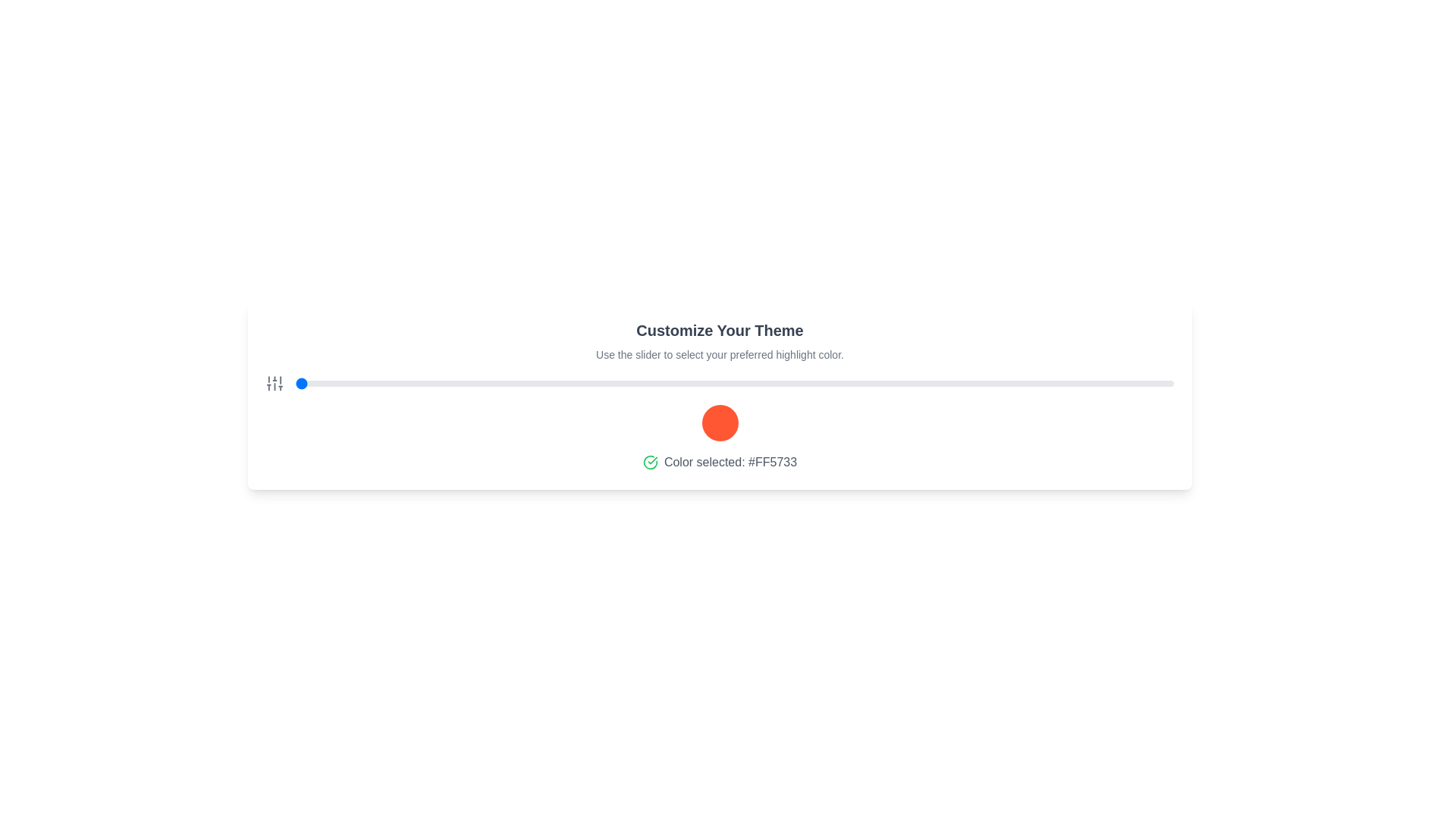 The width and height of the screenshot is (1456, 819). I want to click on the slider, so click(560, 382).